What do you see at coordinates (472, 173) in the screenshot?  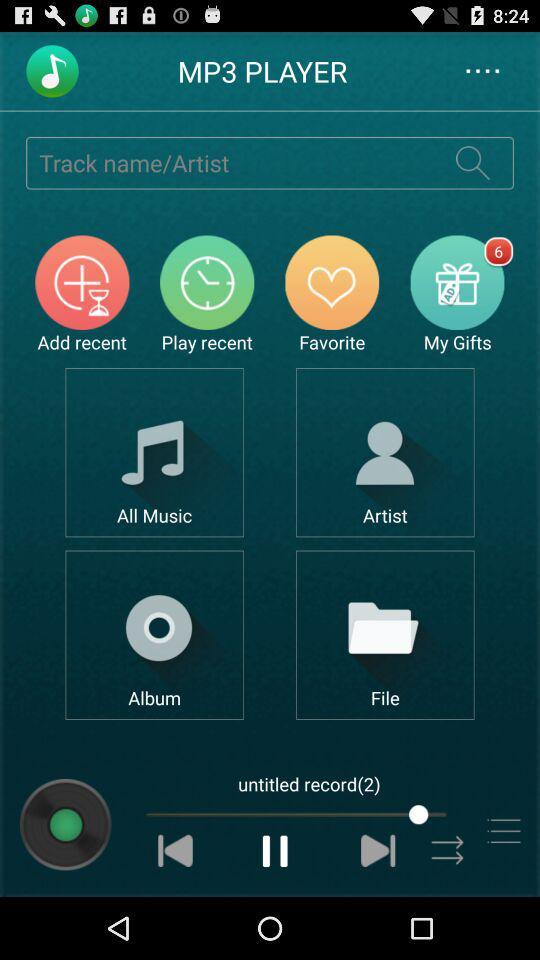 I see `the search icon` at bounding box center [472, 173].